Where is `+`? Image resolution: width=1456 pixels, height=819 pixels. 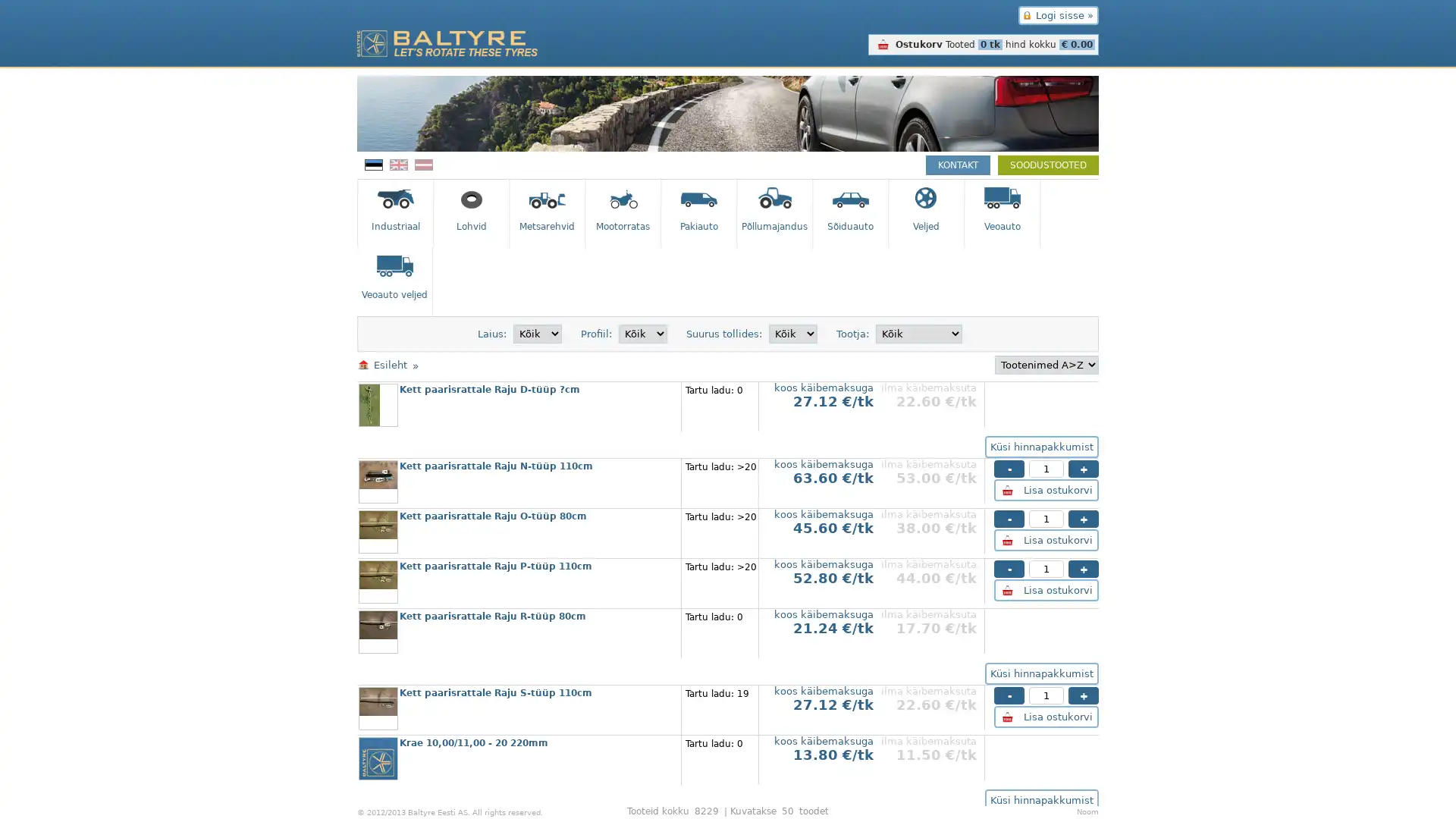
+ is located at coordinates (1083, 518).